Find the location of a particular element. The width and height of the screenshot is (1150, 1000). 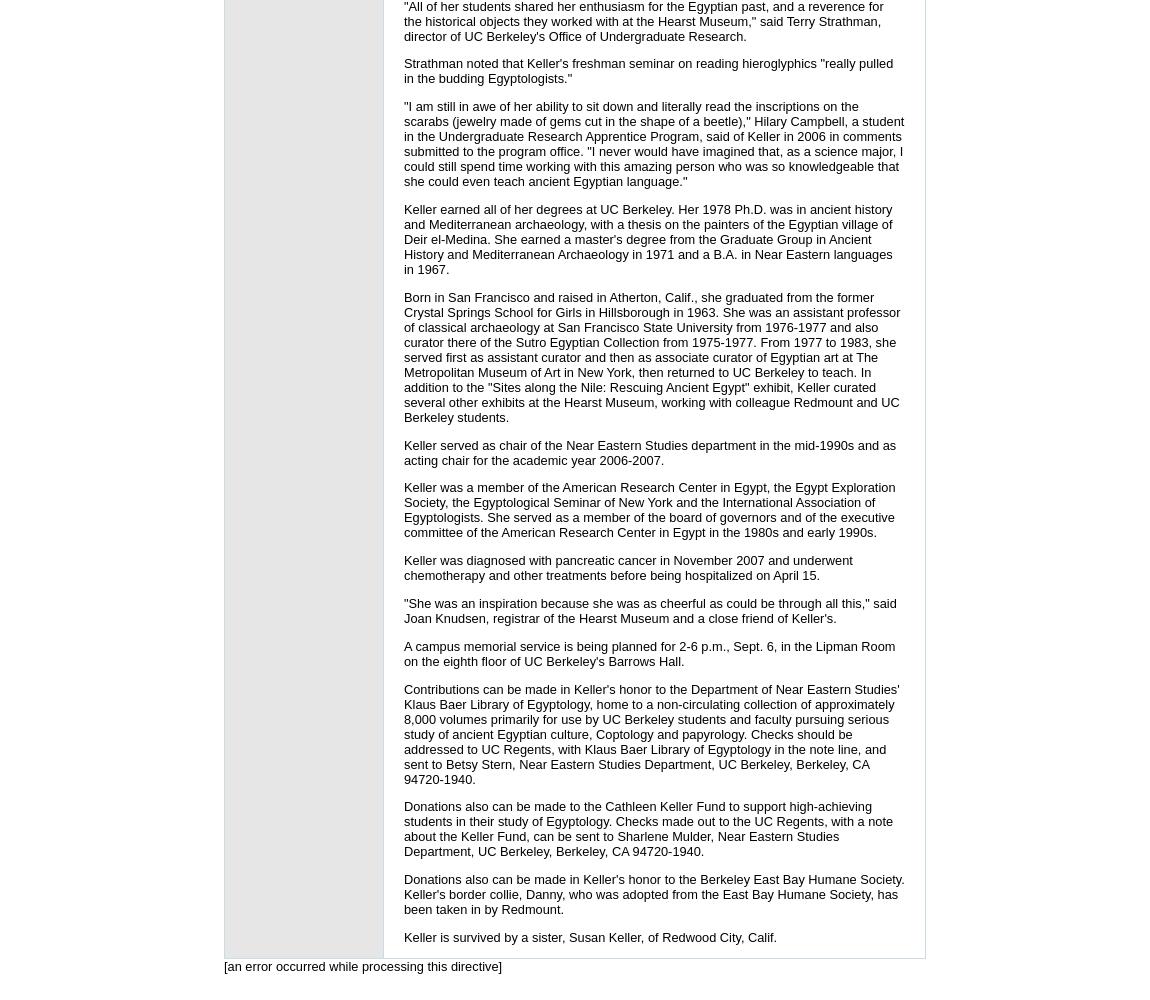

'Keller was a member of the American Research Center in Egypt, the Egypt Exploration Society, the Egyptological Seminar of New York and the International Association of Egyptologists. She served as a member of the board of governors and of the executive committee of the American Research Center in Egypt in the 1980s and early 1990s.' is located at coordinates (648, 510).